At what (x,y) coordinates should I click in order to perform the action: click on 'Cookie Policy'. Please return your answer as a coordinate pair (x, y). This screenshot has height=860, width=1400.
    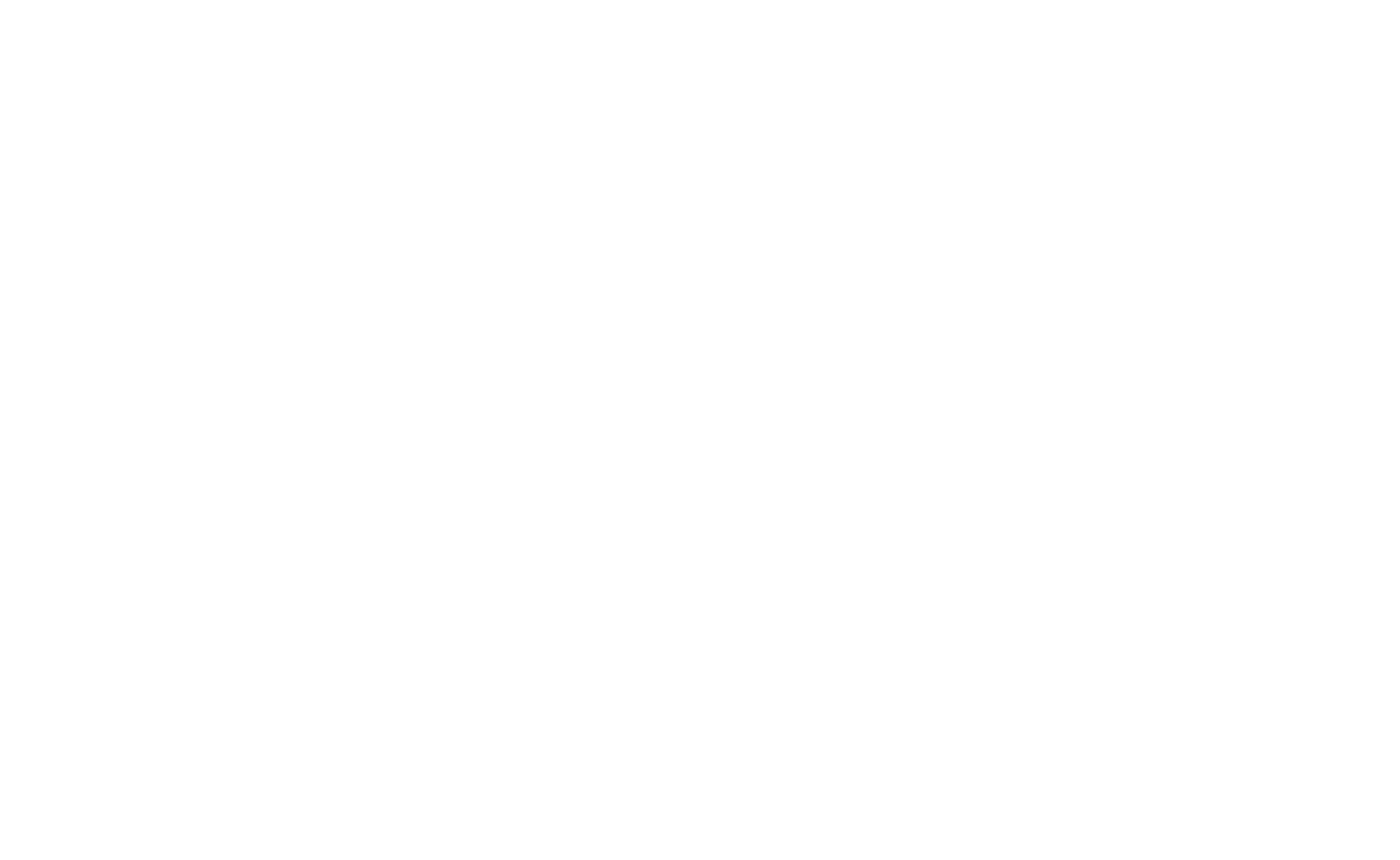
    Looking at the image, I should click on (677, 821).